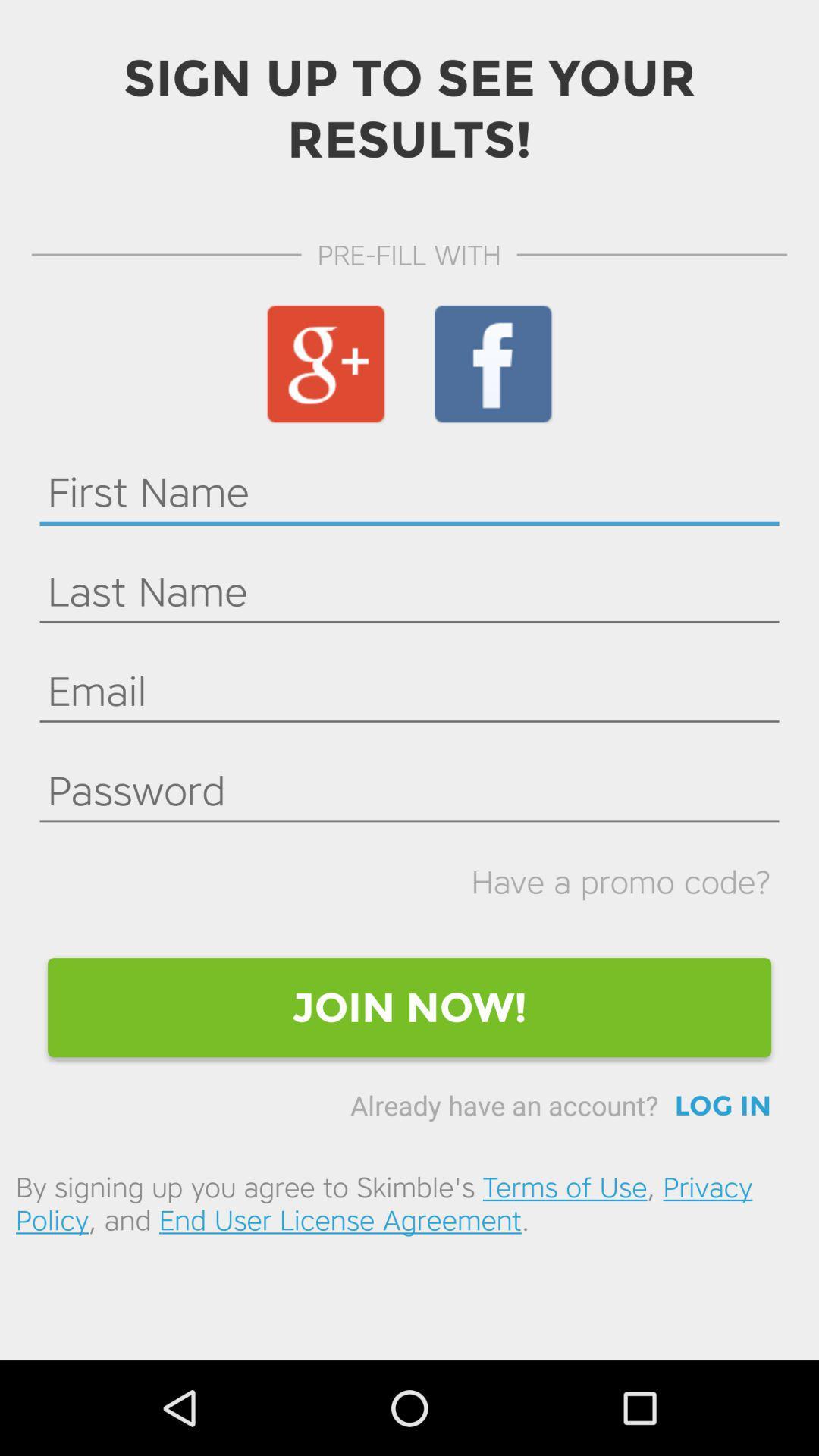 This screenshot has height=1456, width=819. What do you see at coordinates (409, 1203) in the screenshot?
I see `by signing up` at bounding box center [409, 1203].